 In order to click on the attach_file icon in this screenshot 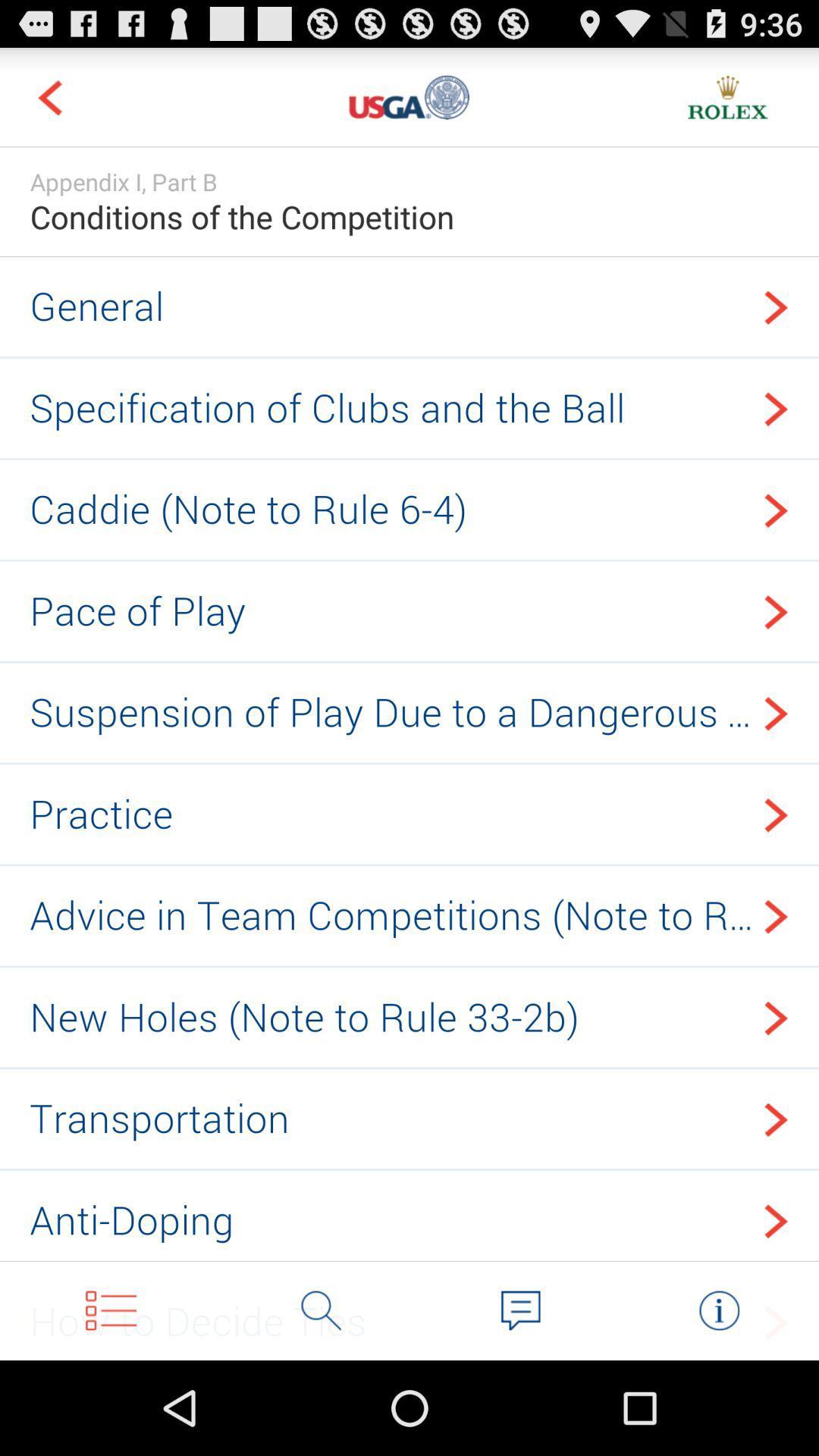, I will do `click(718, 1401)`.